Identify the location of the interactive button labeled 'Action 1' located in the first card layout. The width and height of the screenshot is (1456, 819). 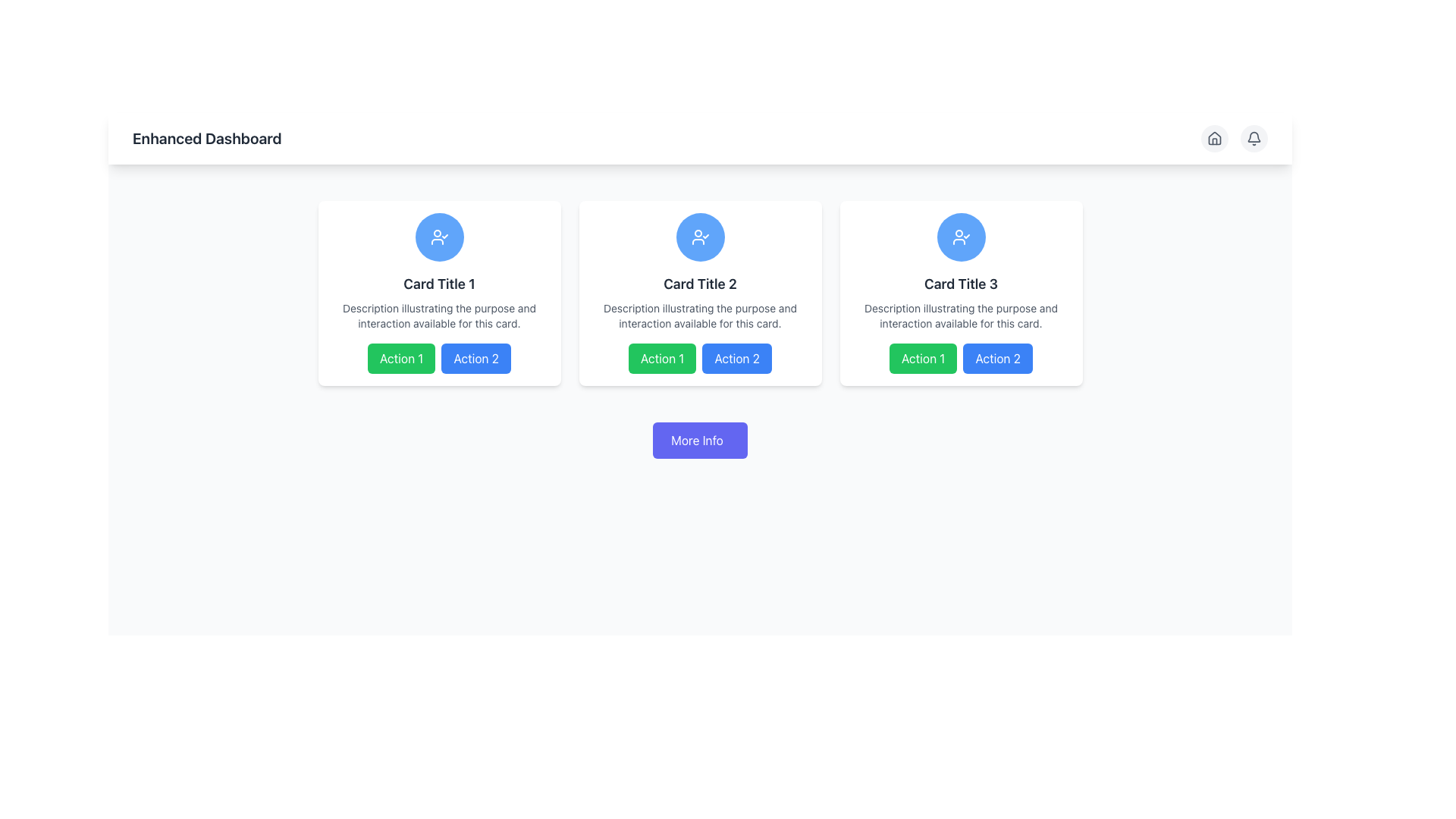
(401, 359).